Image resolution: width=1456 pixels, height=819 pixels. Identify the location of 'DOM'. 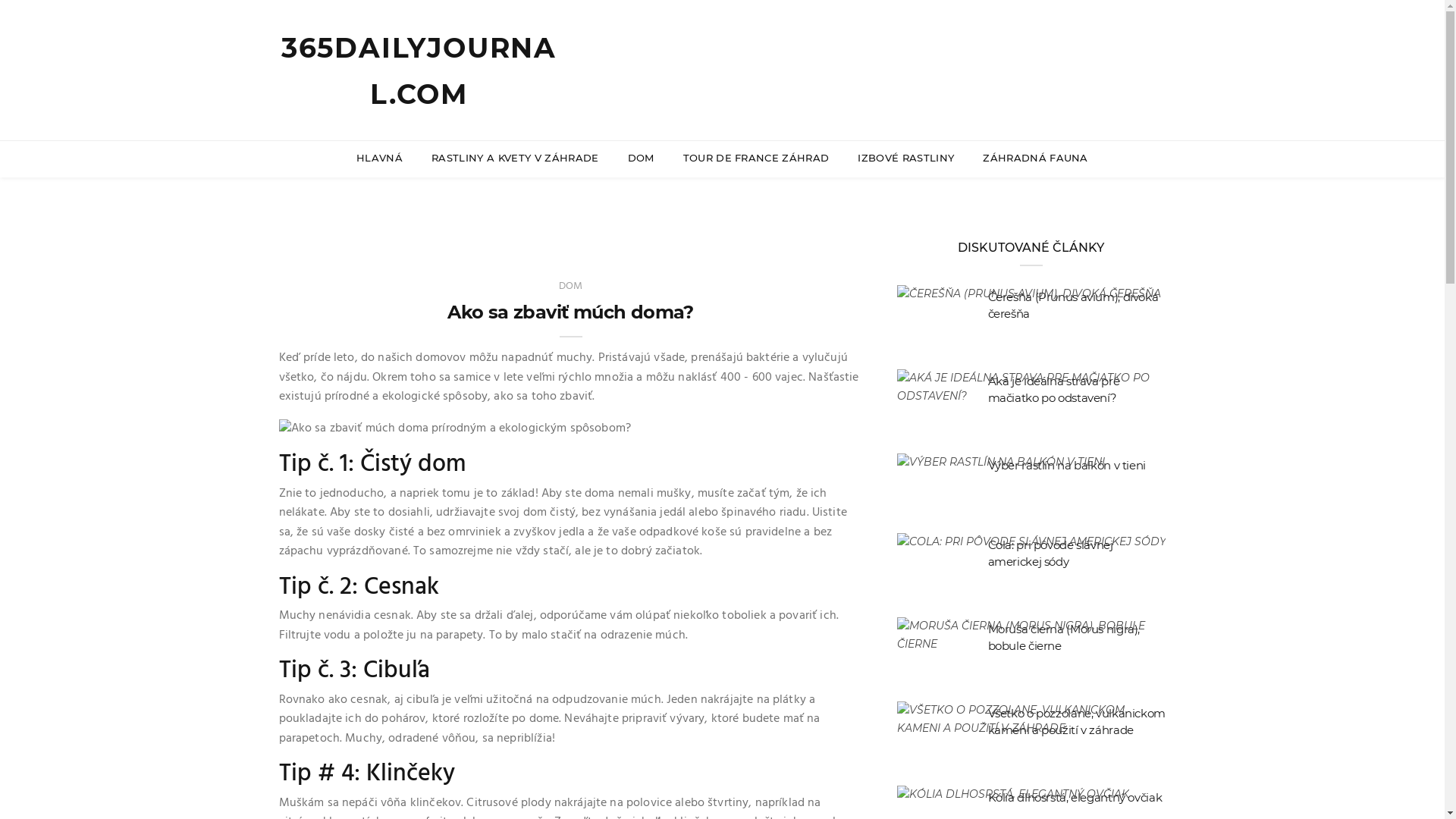
(570, 286).